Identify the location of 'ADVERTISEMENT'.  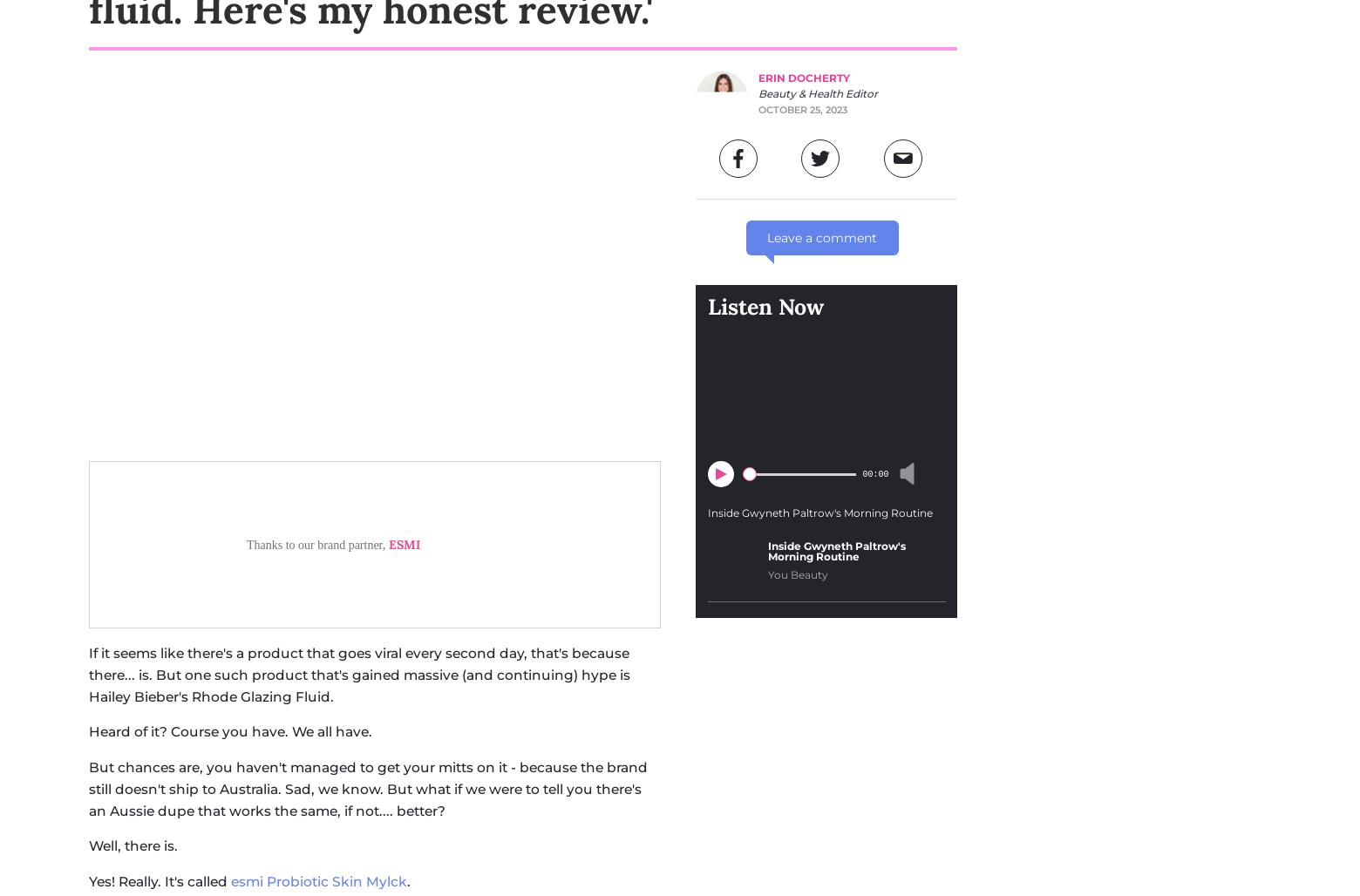
(490, 749).